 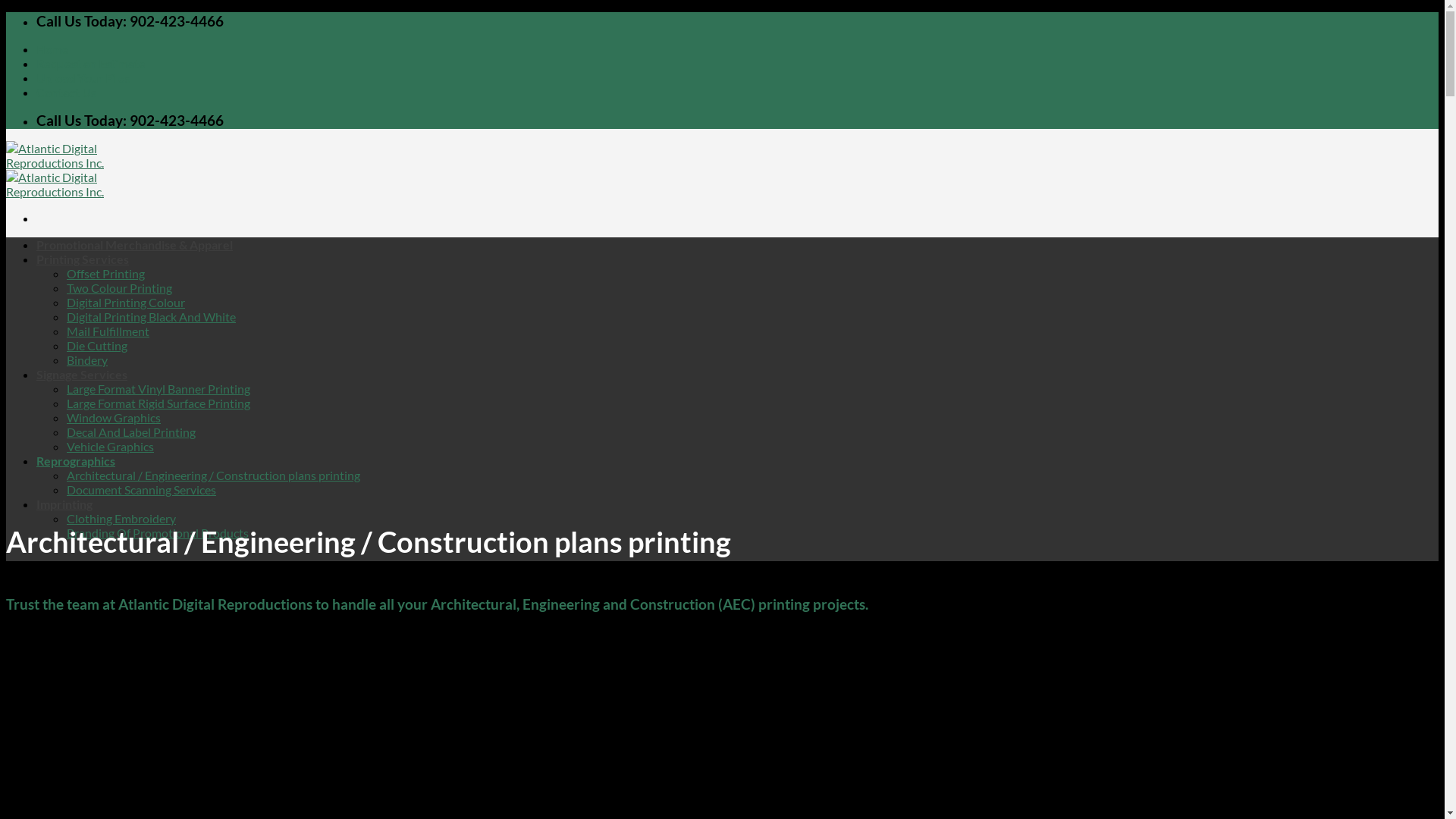 What do you see at coordinates (65, 402) in the screenshot?
I see `'Large Format Rigid Surface Printing'` at bounding box center [65, 402].